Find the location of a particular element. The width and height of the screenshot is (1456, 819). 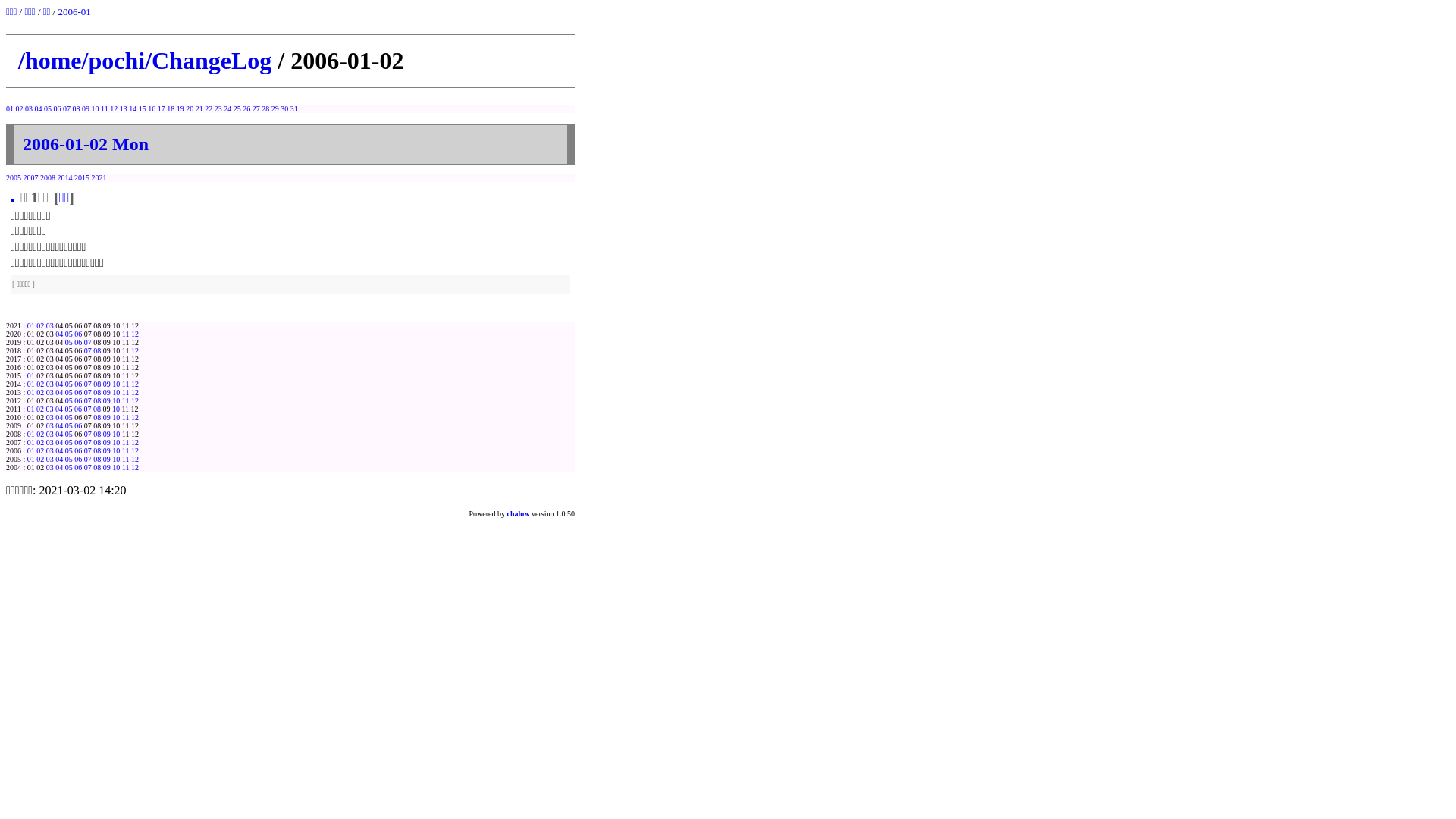

'07' is located at coordinates (86, 434).